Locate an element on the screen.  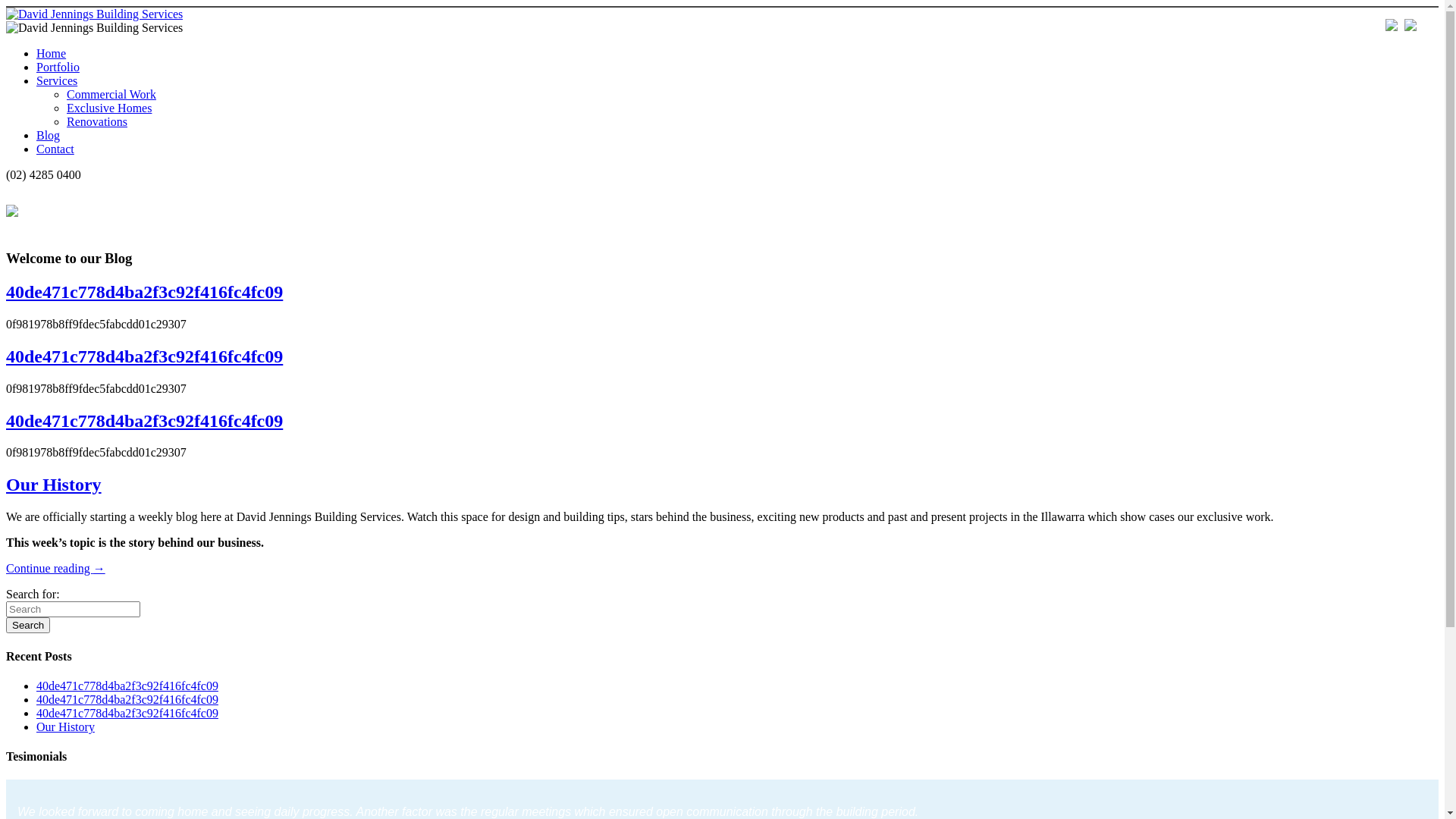
'Services' is located at coordinates (57, 80).